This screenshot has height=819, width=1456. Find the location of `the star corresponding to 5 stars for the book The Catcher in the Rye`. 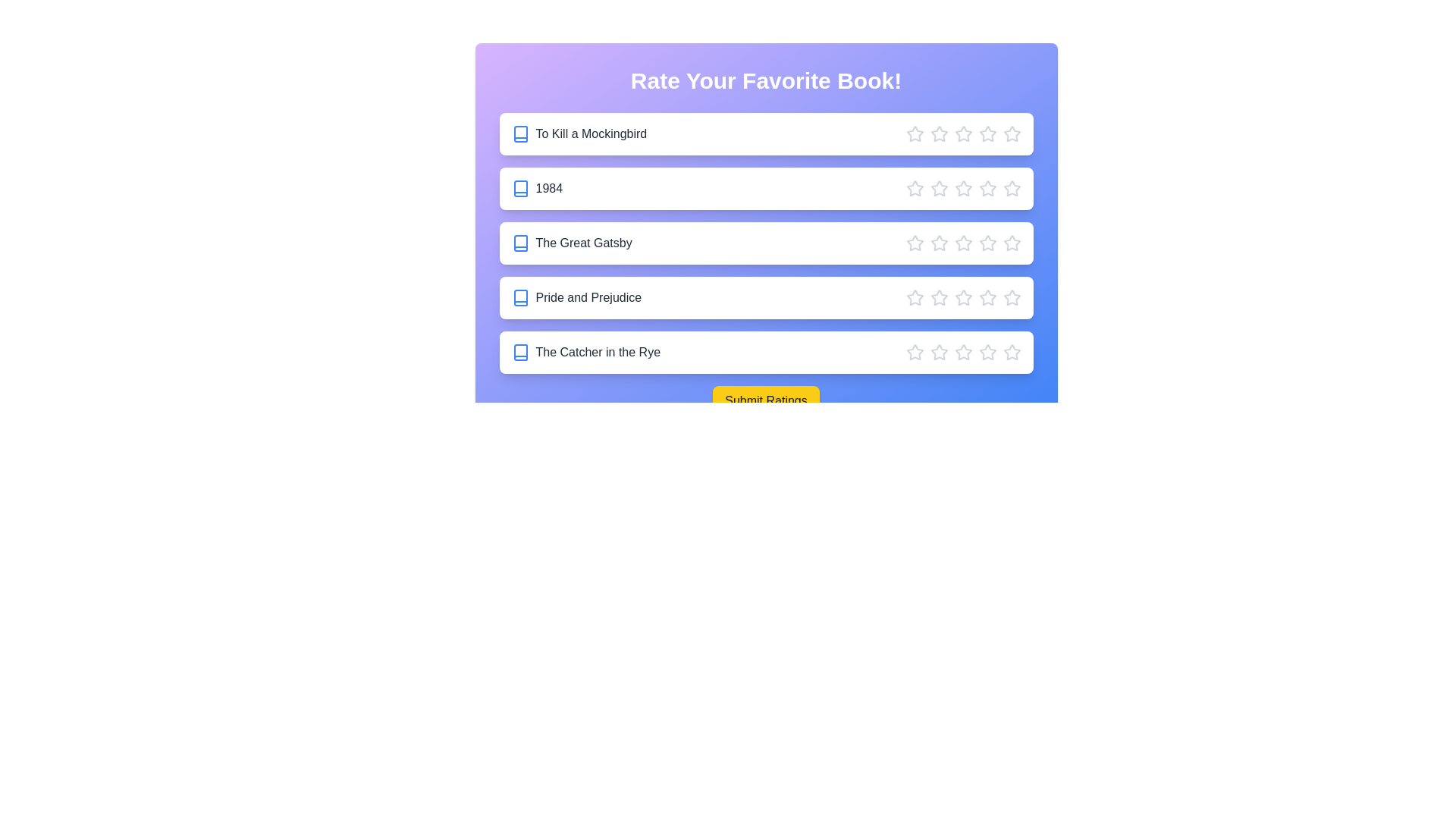

the star corresponding to 5 stars for the book The Catcher in the Rye is located at coordinates (1012, 353).